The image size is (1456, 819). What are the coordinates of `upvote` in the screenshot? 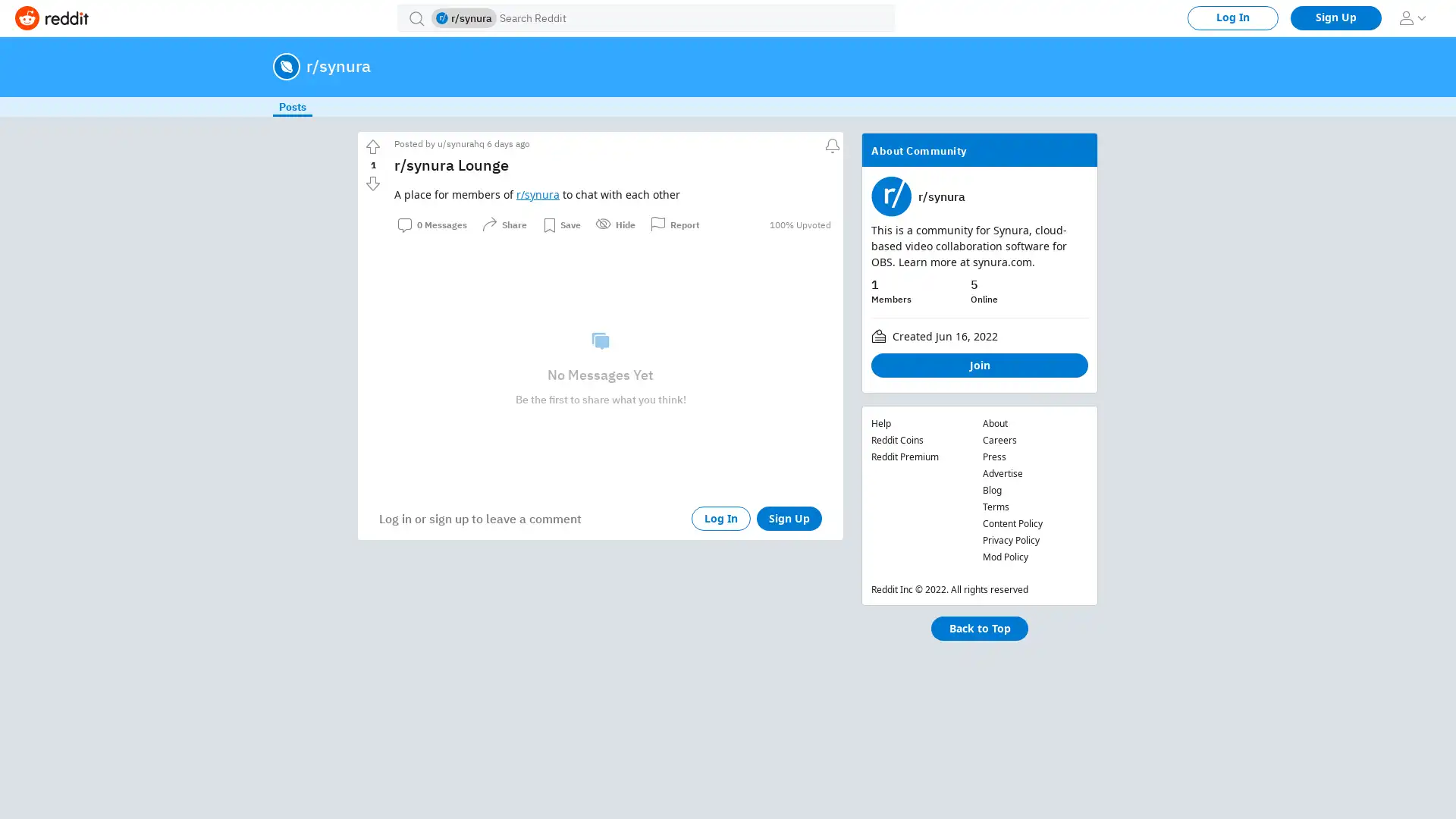 It's located at (372, 146).